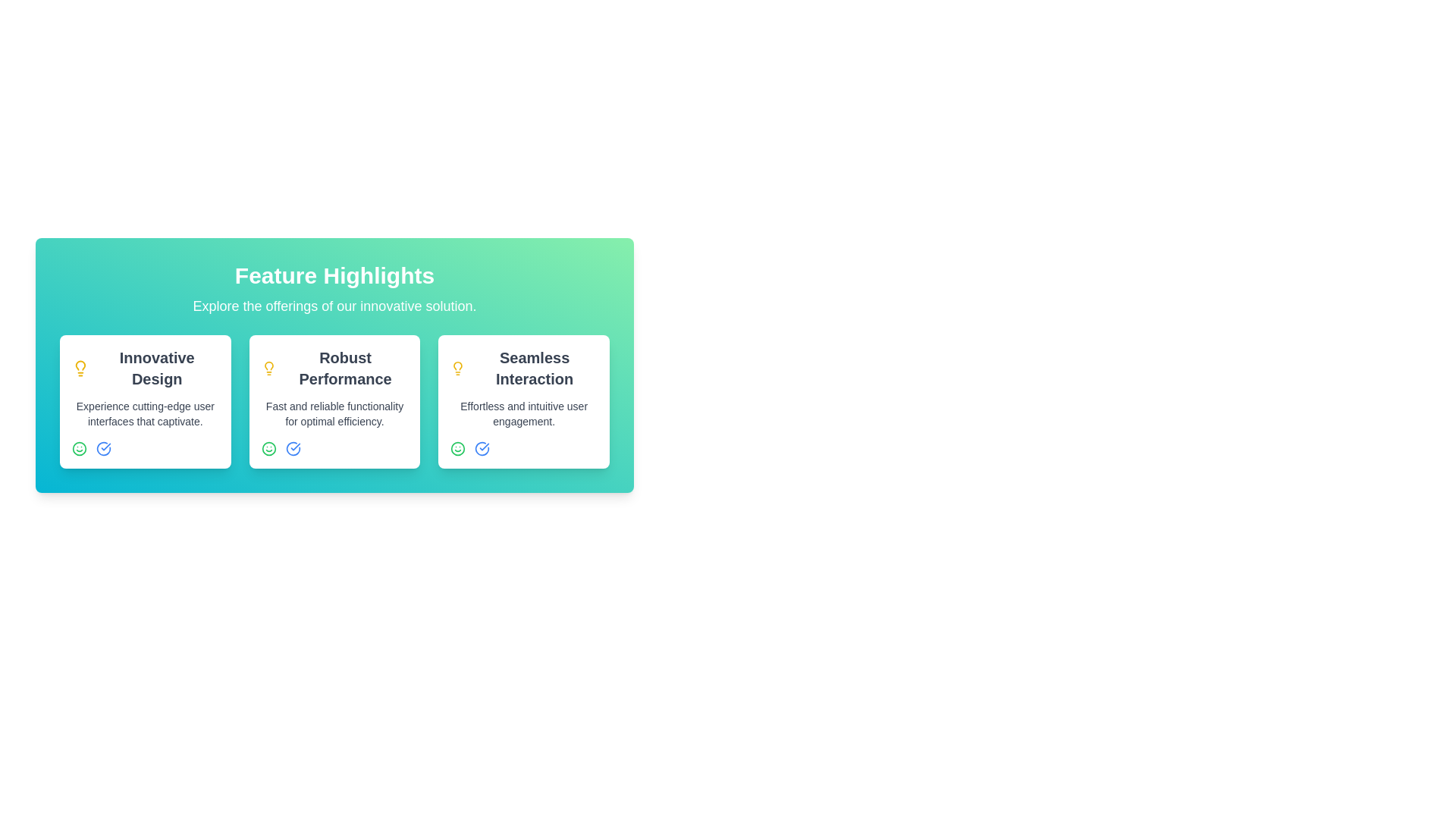 This screenshot has width=1456, height=819. I want to click on the green circular icon with a smiley face design located inside the third description card in the feature highlights section, underneath the 'Seamless Interaction' title and icon, so click(457, 447).